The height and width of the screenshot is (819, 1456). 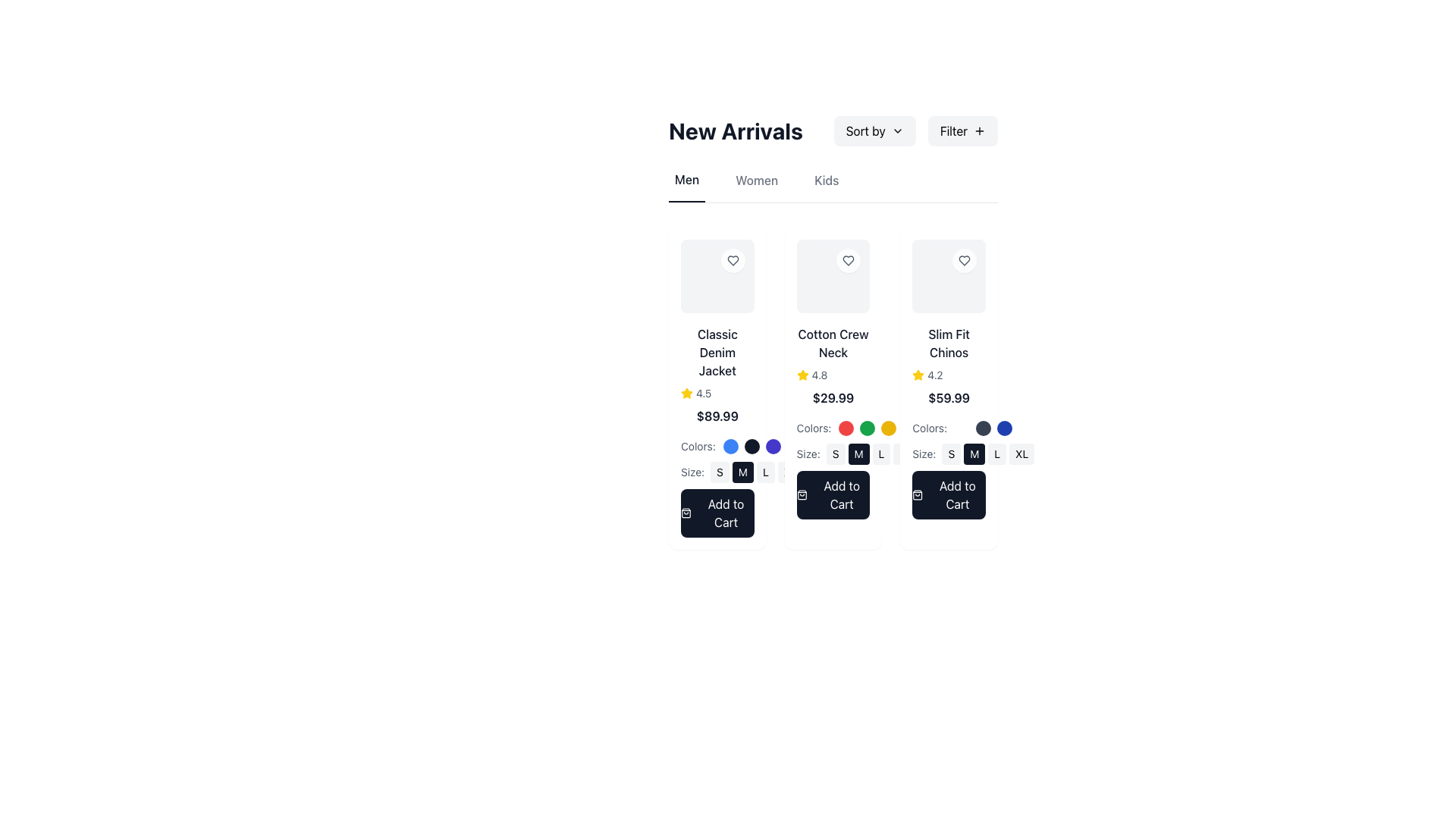 I want to click on the 'XL' button in the bottom row of the 'Slim Fit Chinos' product card, so click(x=1021, y=453).